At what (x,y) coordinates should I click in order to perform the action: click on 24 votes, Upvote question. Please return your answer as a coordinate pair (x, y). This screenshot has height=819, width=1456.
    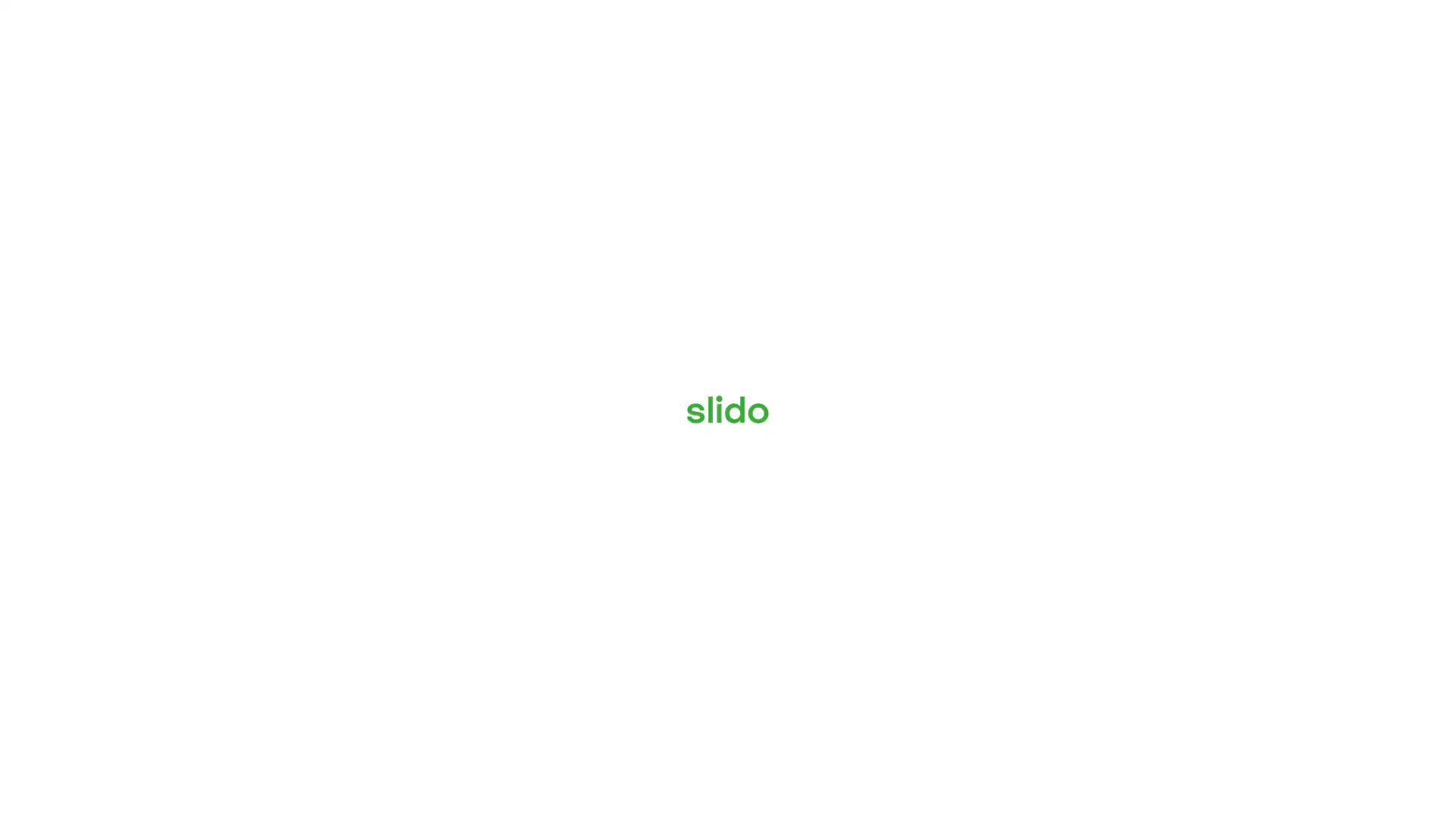
    Looking at the image, I should click on (1344, 537).